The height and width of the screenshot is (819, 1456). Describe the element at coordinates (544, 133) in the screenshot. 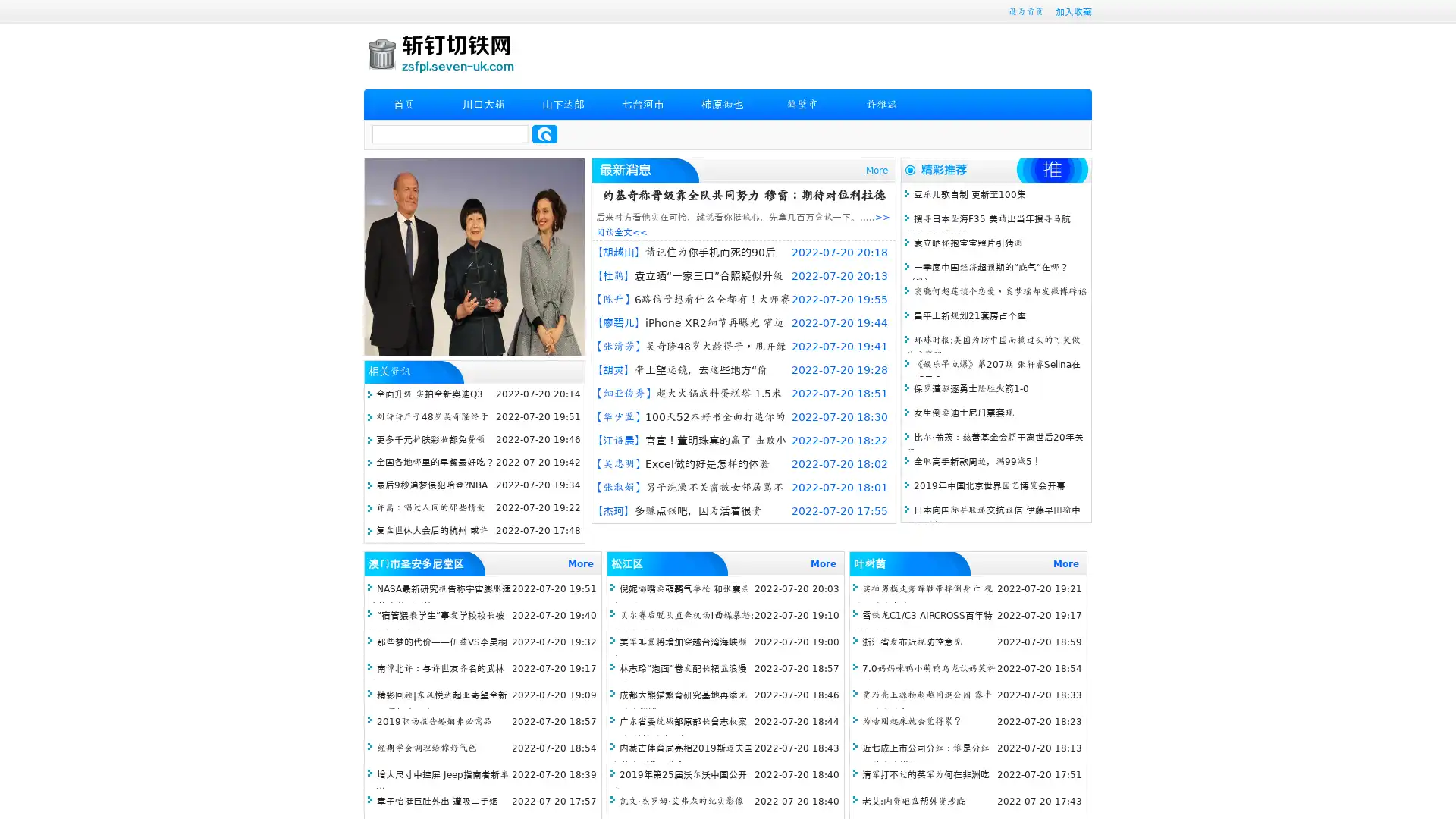

I see `Search` at that location.